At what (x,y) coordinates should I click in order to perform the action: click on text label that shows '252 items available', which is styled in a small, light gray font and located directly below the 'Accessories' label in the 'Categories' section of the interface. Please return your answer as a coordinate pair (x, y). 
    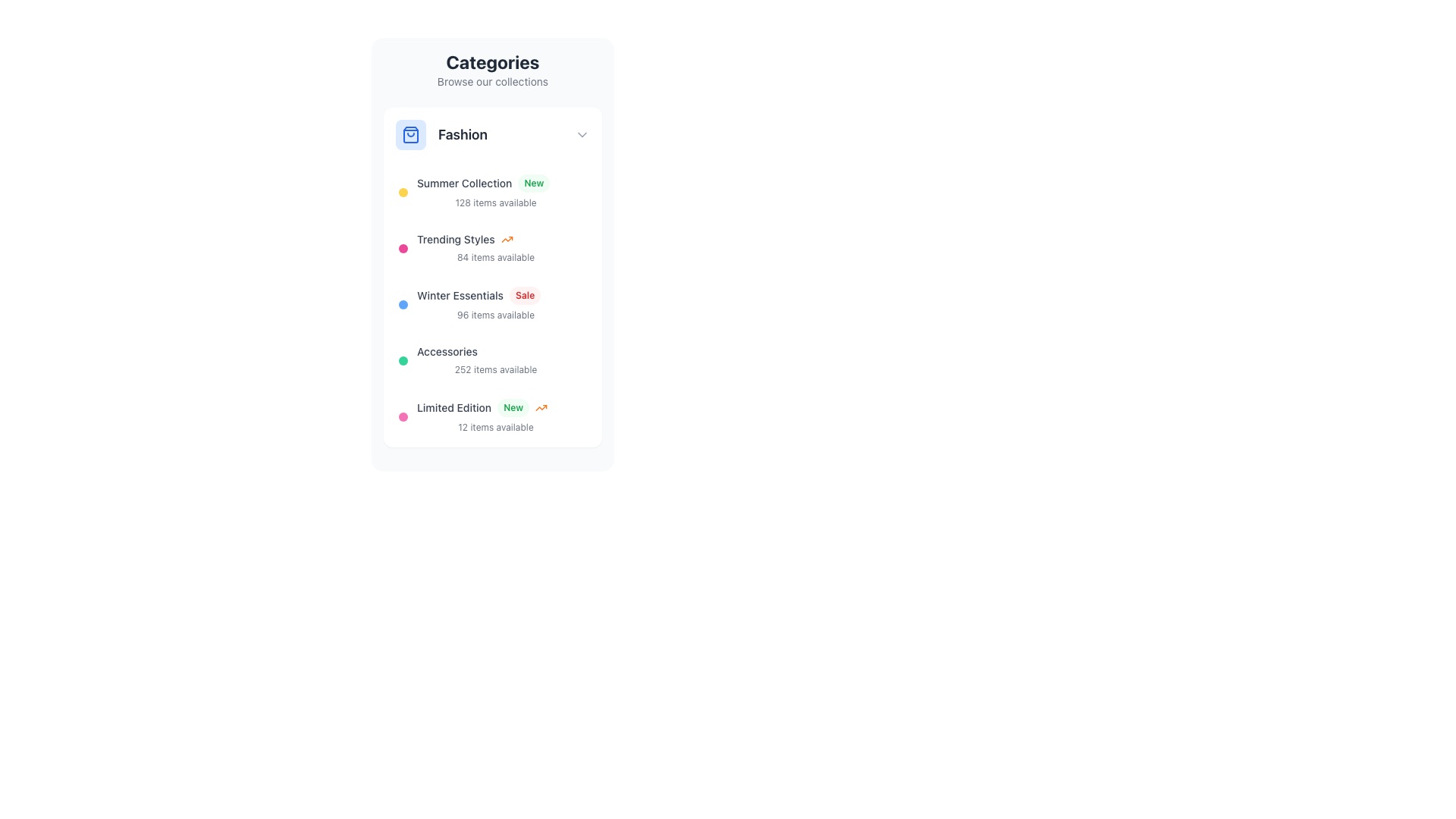
    Looking at the image, I should click on (495, 369).